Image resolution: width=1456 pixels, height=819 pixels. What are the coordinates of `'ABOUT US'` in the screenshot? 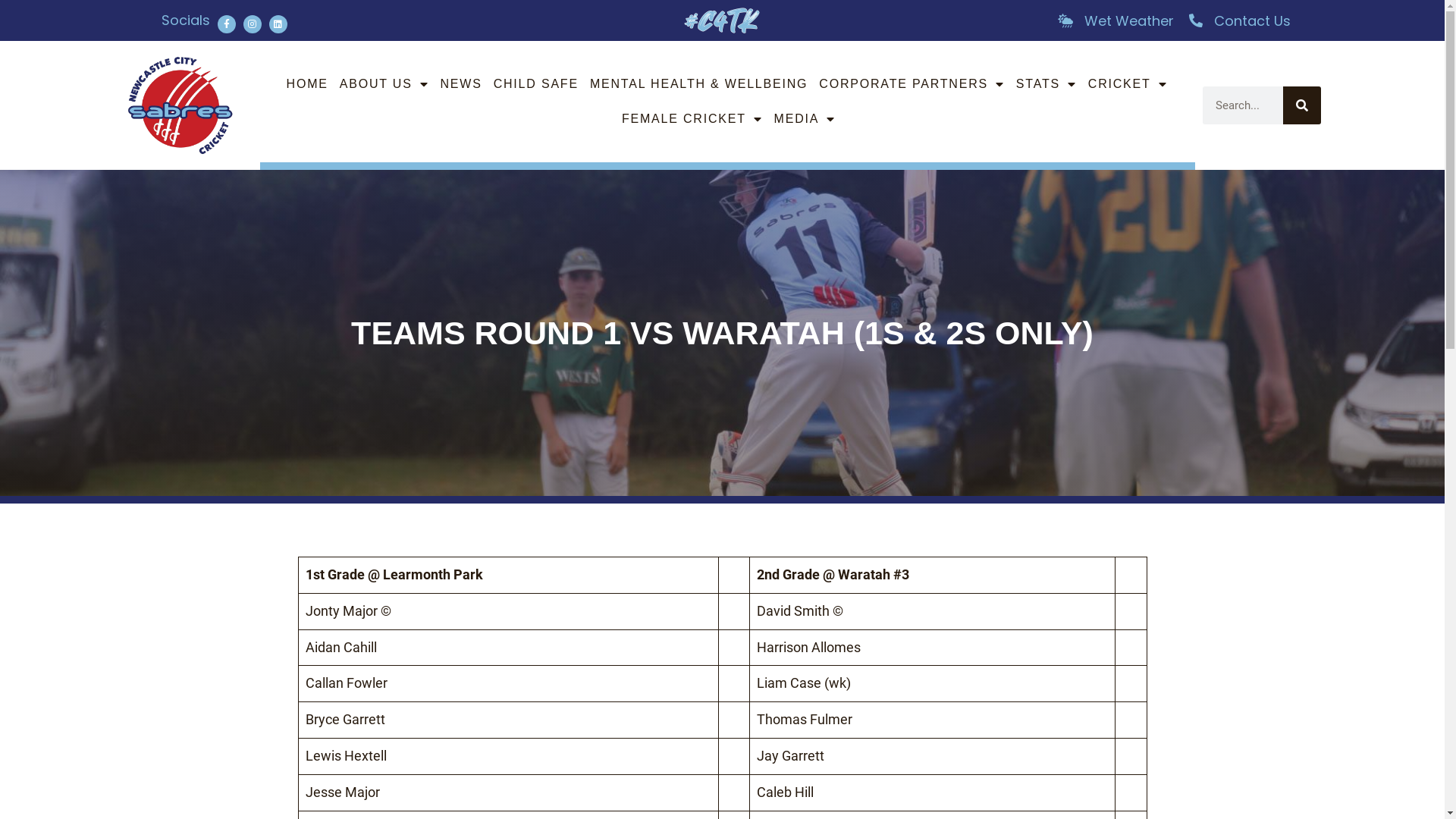 It's located at (384, 84).